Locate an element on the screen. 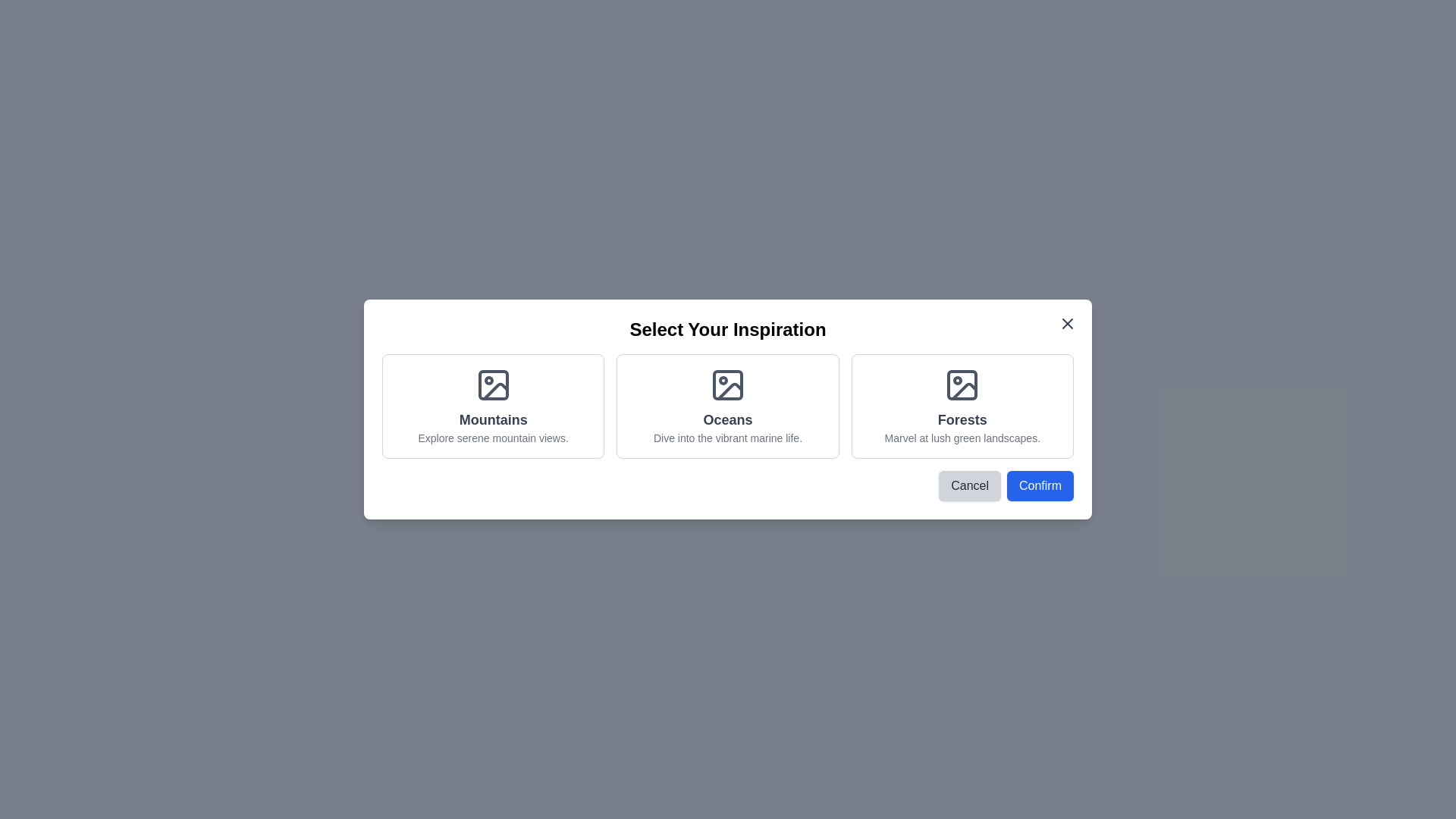 This screenshot has height=819, width=1456. the text label that reads 'Marvel at lush green landscapes.' located at the bottom of the 'Forests' card, which is styled with a small, gray font is located at coordinates (962, 438).